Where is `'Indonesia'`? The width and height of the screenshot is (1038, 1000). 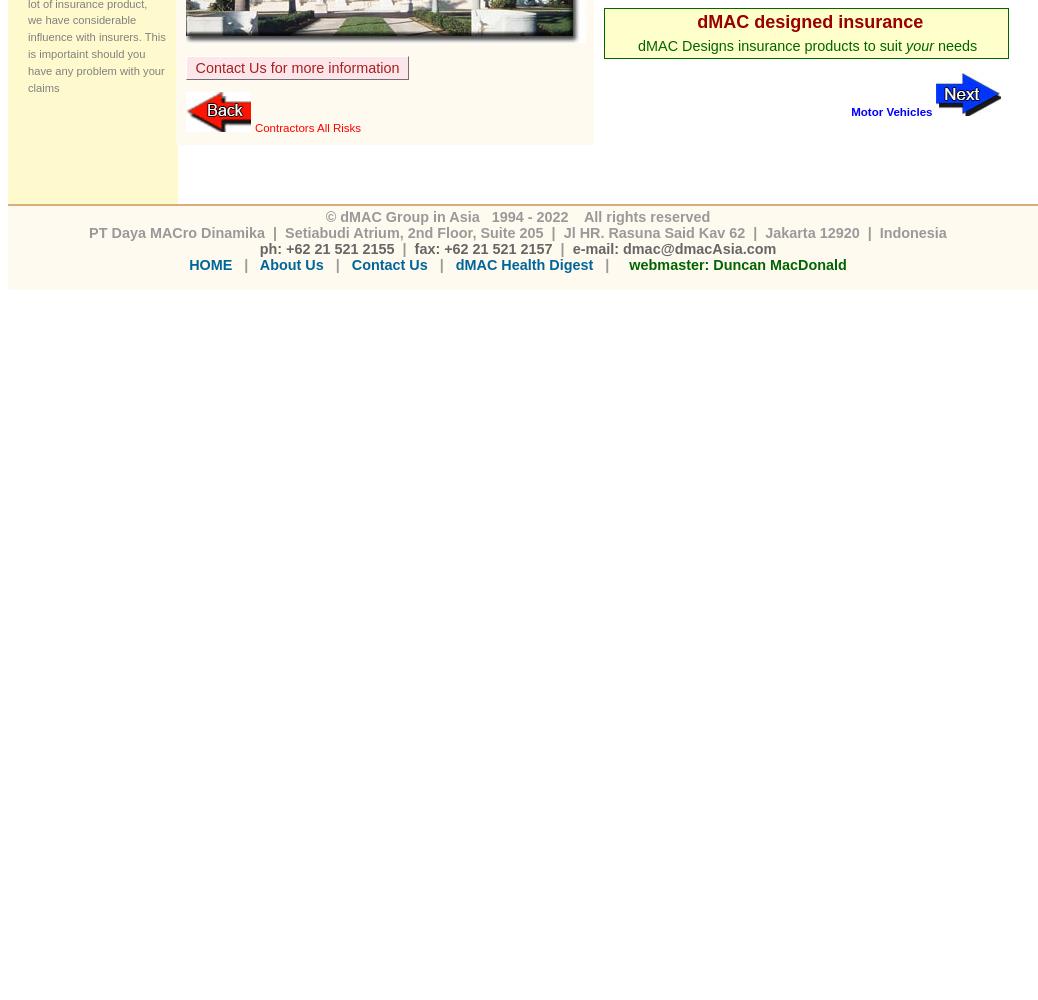
'Indonesia' is located at coordinates (910, 231).